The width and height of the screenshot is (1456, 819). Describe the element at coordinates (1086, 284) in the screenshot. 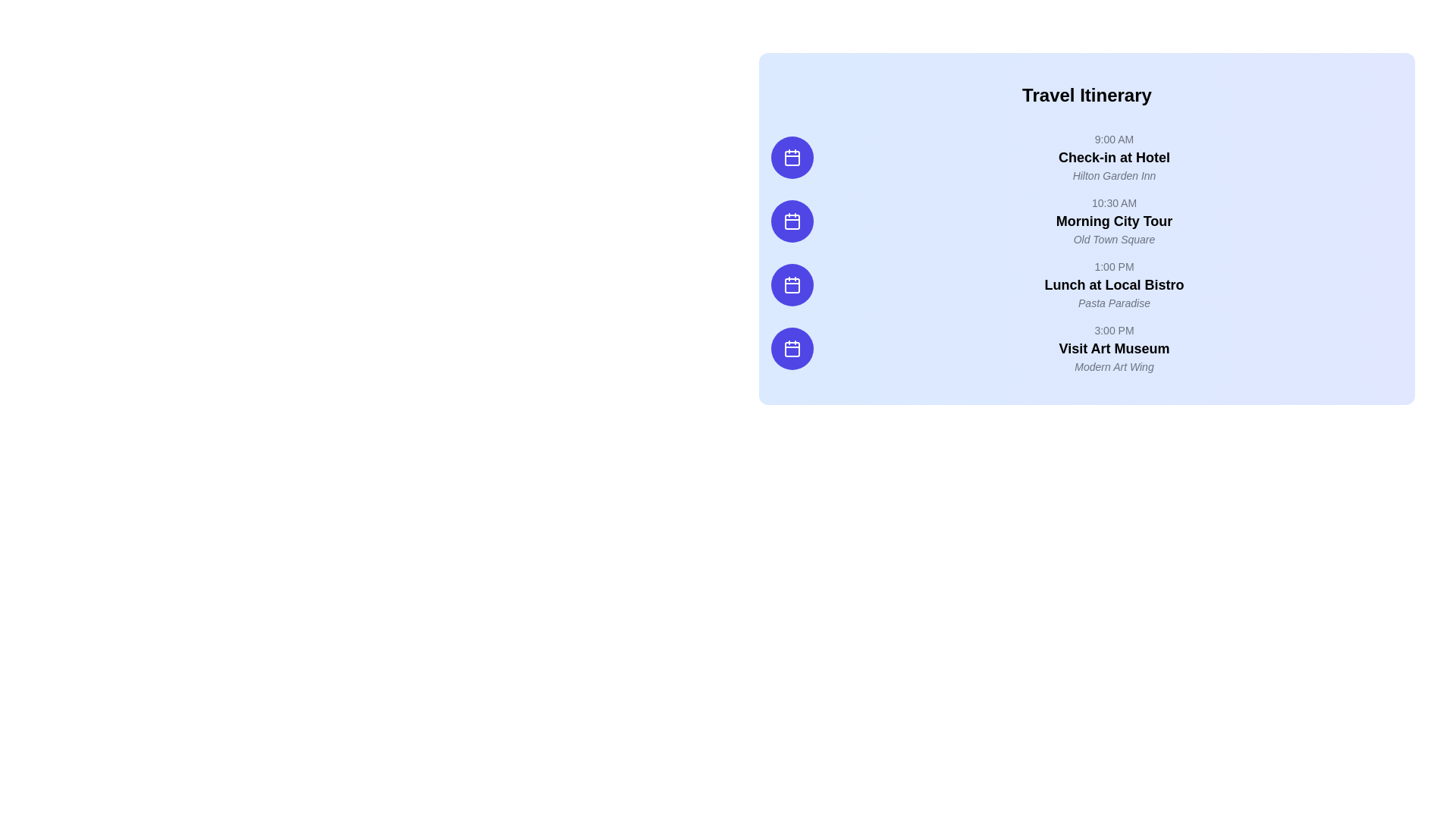

I see `the timeline entry for 'Lunch at Local Bistro' to learn more about the event scheduled at 1:00 PM, which is the third entry in the vertical timeline list` at that location.